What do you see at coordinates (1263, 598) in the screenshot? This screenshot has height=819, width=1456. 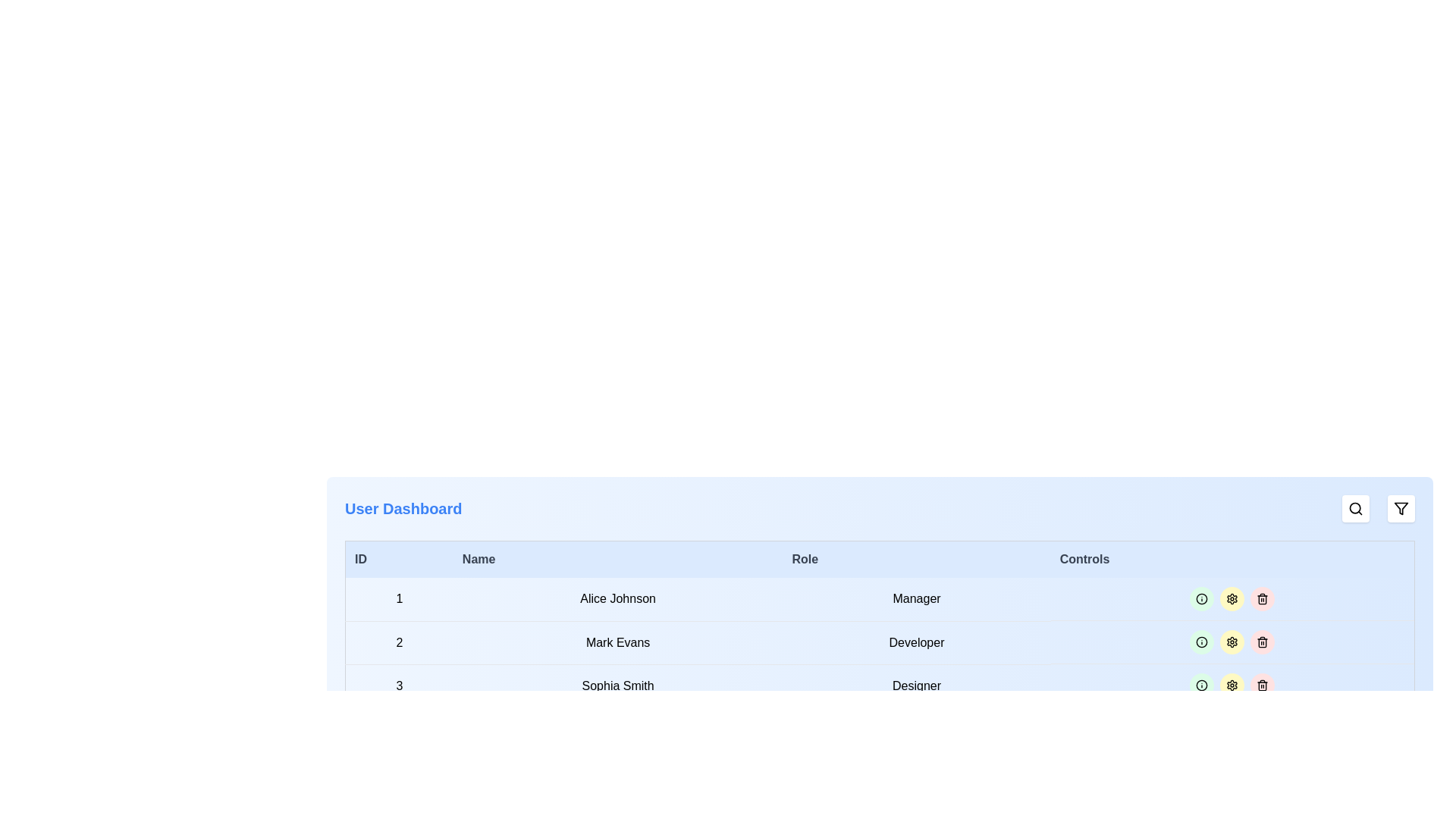 I see `the circular red button with a black trash bin icon` at bounding box center [1263, 598].